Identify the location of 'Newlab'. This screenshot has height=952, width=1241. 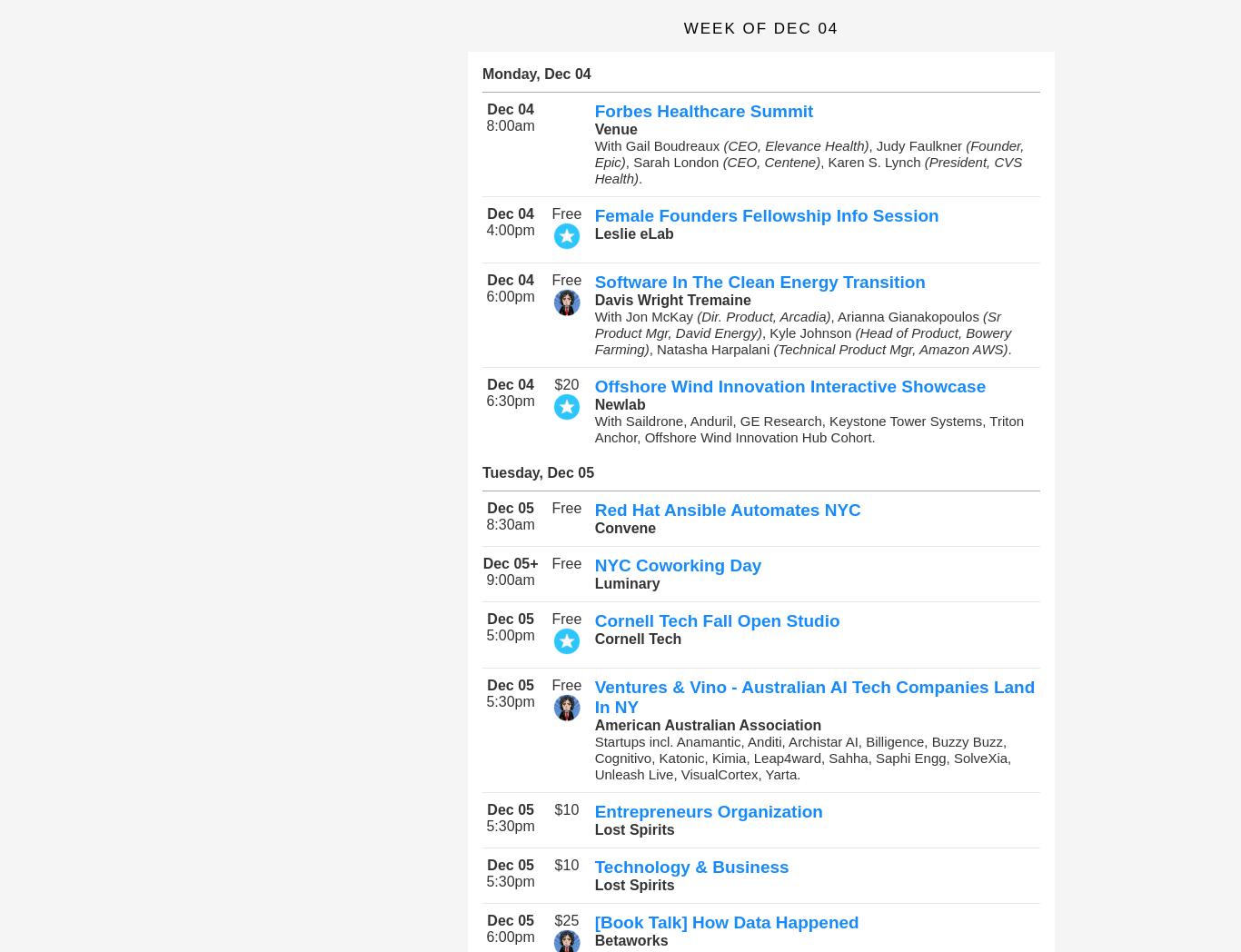
(593, 403).